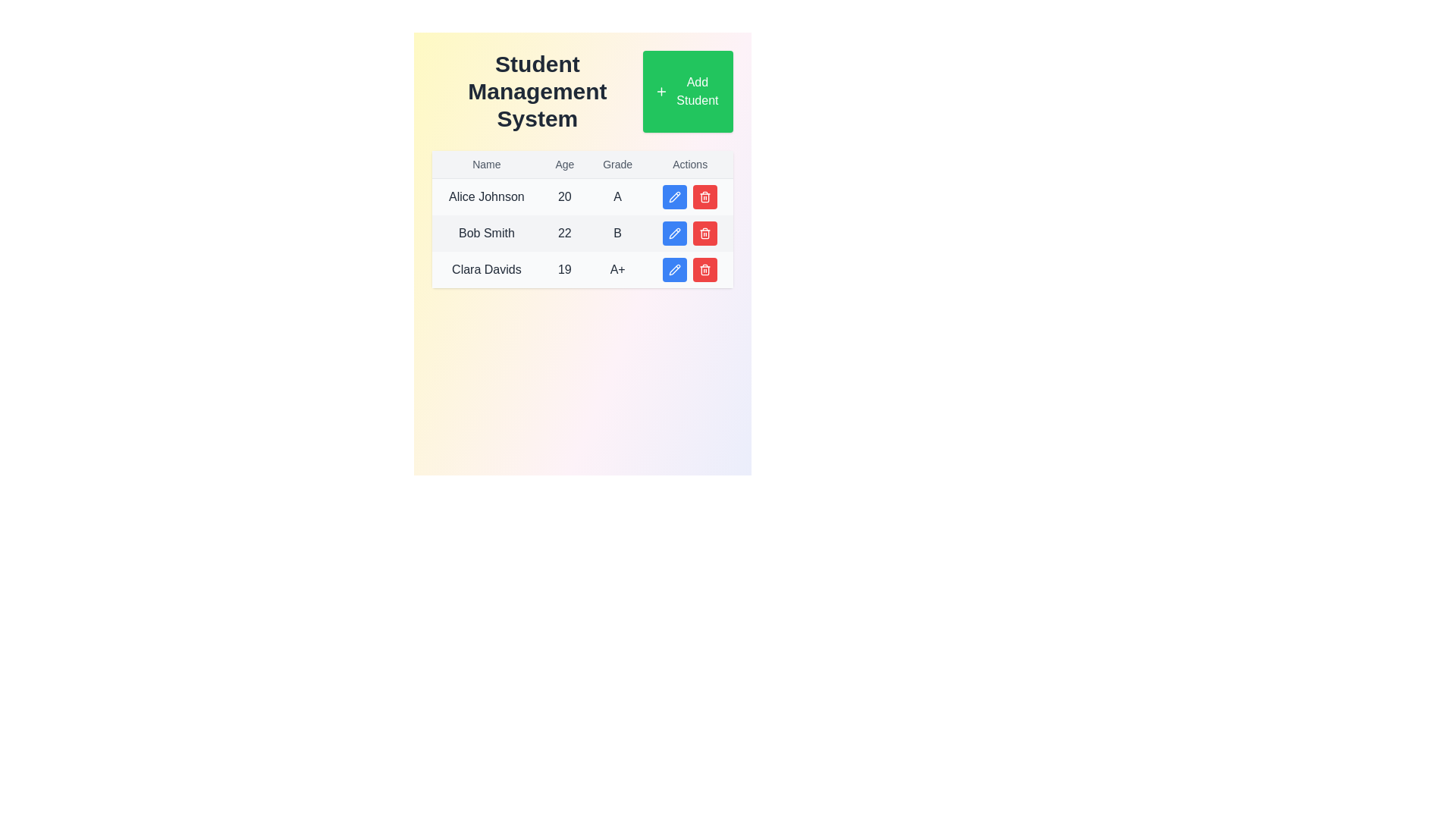 The height and width of the screenshot is (819, 1456). Describe the element at coordinates (617, 165) in the screenshot. I see `the text label displaying 'Grade', which is the third column header in the table, located between 'Age' and 'Actions'` at that location.